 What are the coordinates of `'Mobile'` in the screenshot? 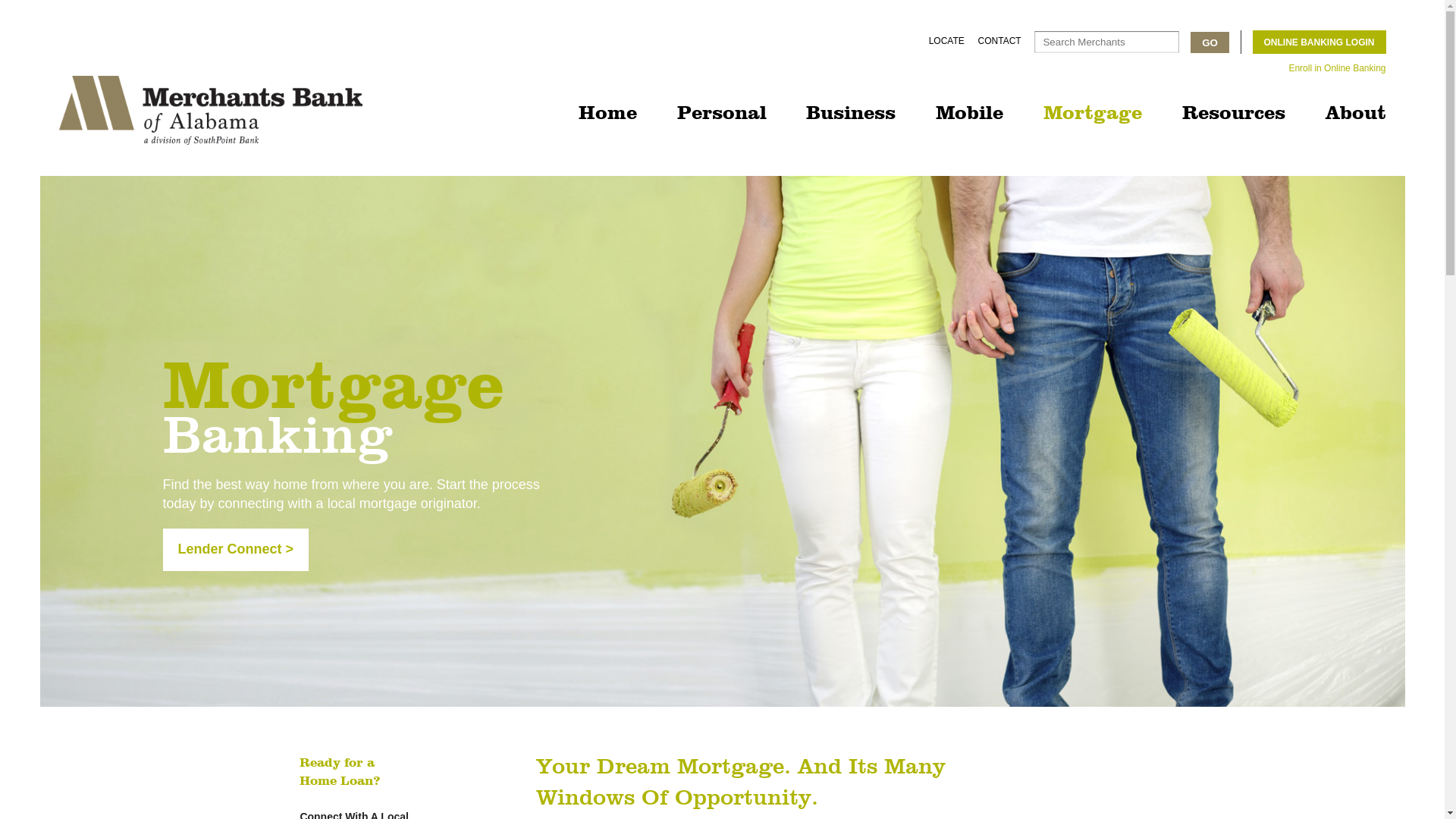 It's located at (968, 113).